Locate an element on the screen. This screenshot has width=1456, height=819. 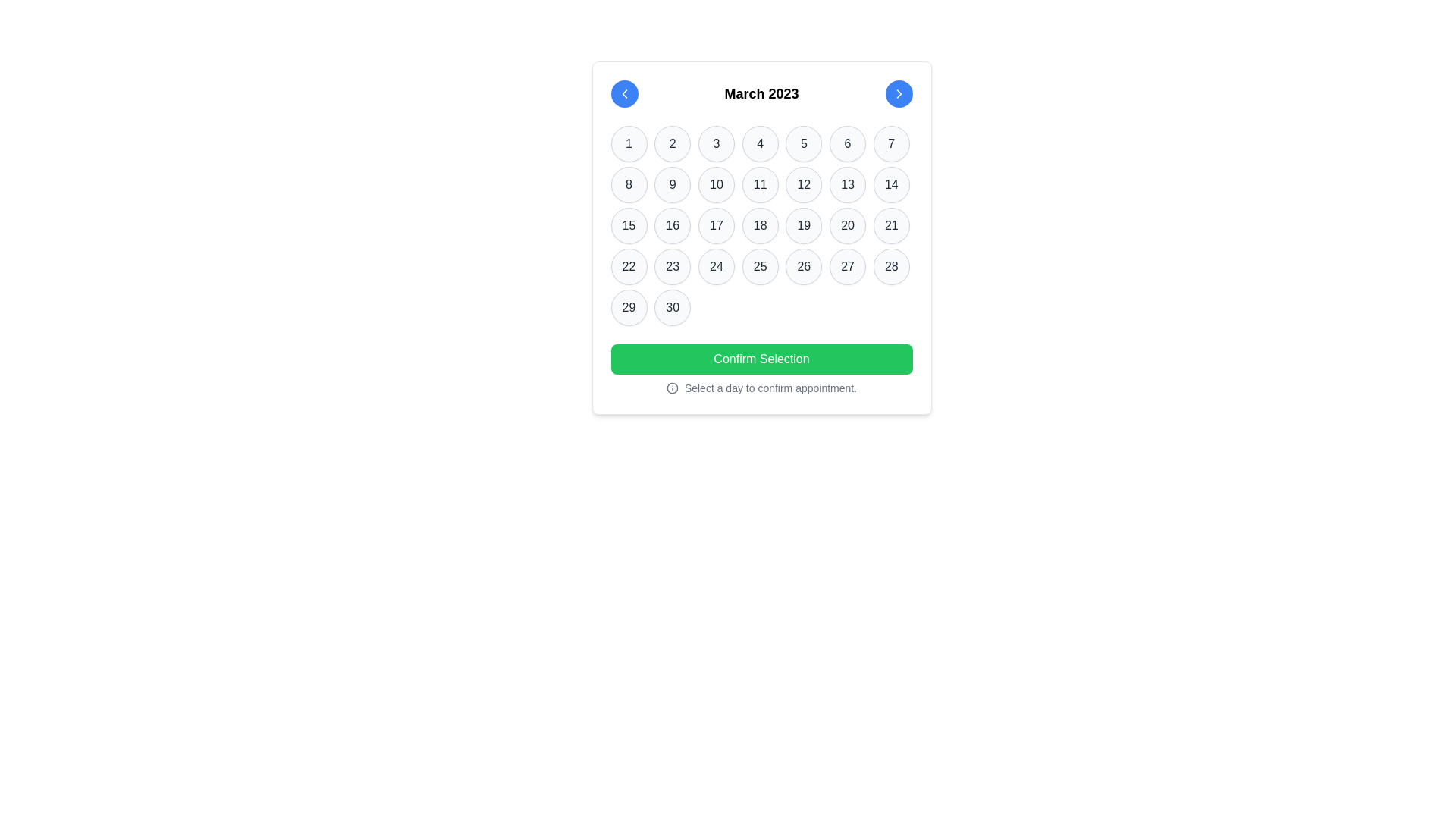
the circular visual element that is part of the icon, located below the warning text 'Select a day to confirm appointment' is located at coordinates (671, 388).